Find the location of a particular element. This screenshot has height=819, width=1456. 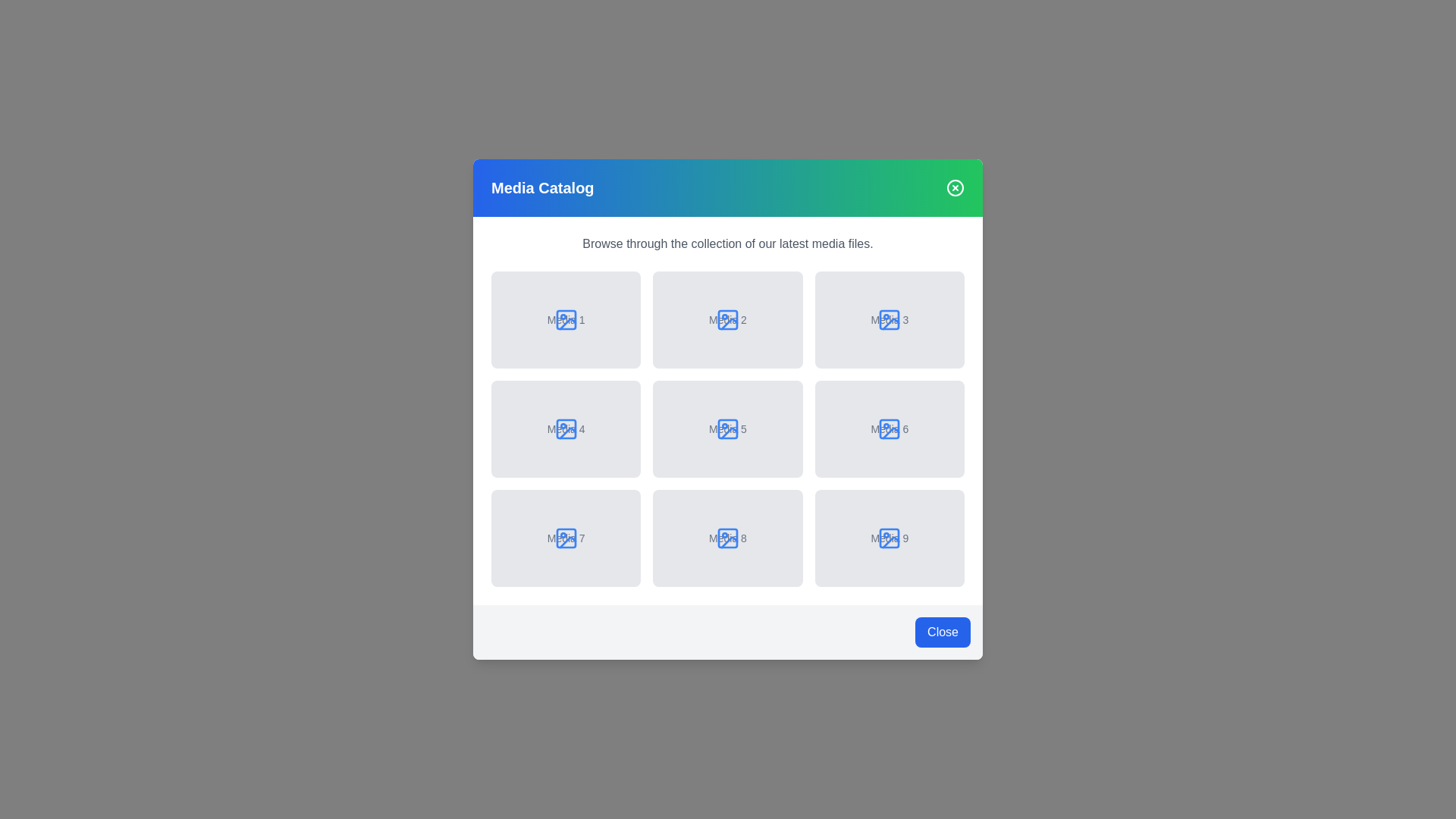

the background overlay to dismiss the dialog is located at coordinates (728, 409).